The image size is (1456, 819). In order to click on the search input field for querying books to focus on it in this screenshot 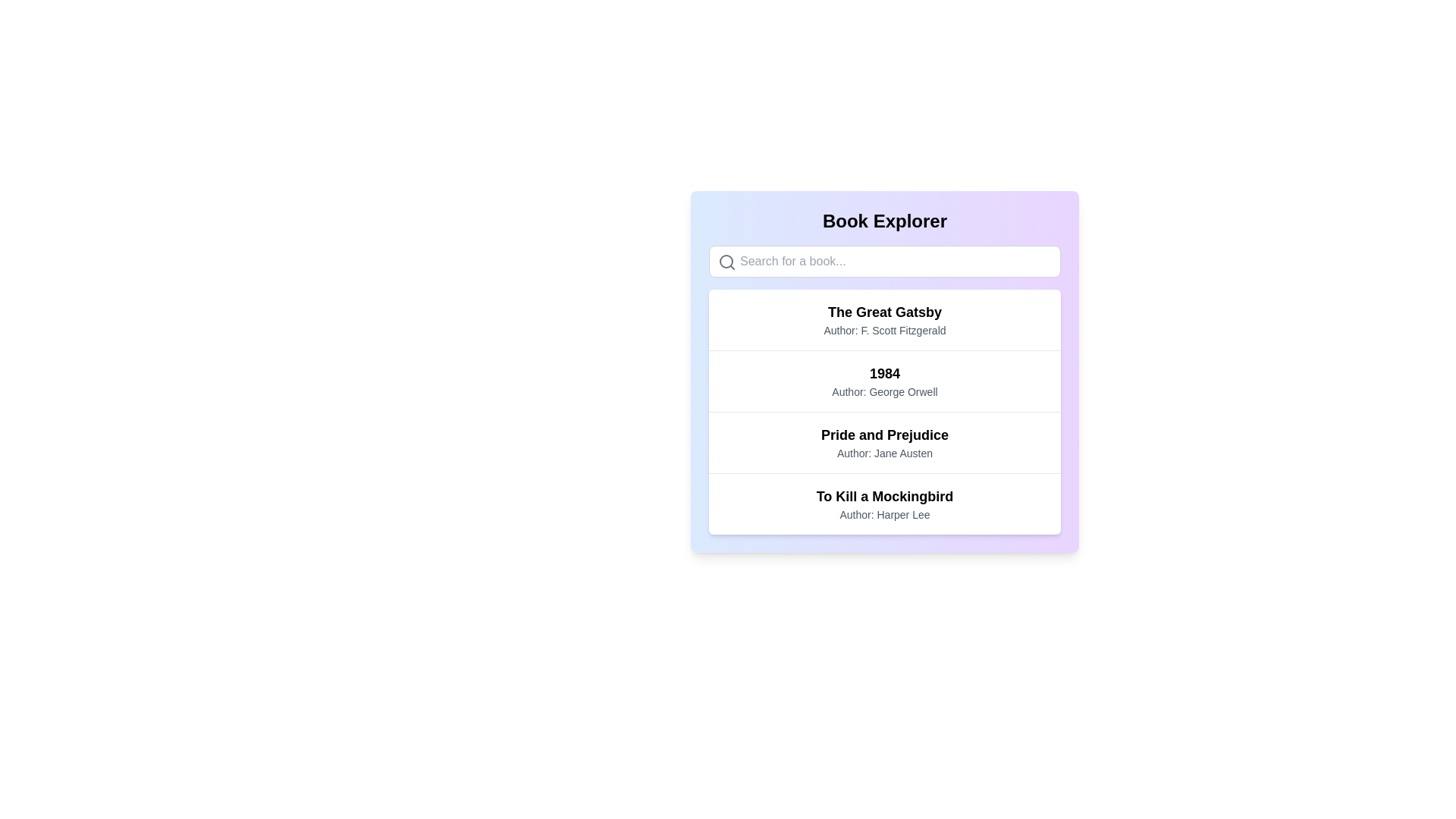, I will do `click(884, 260)`.